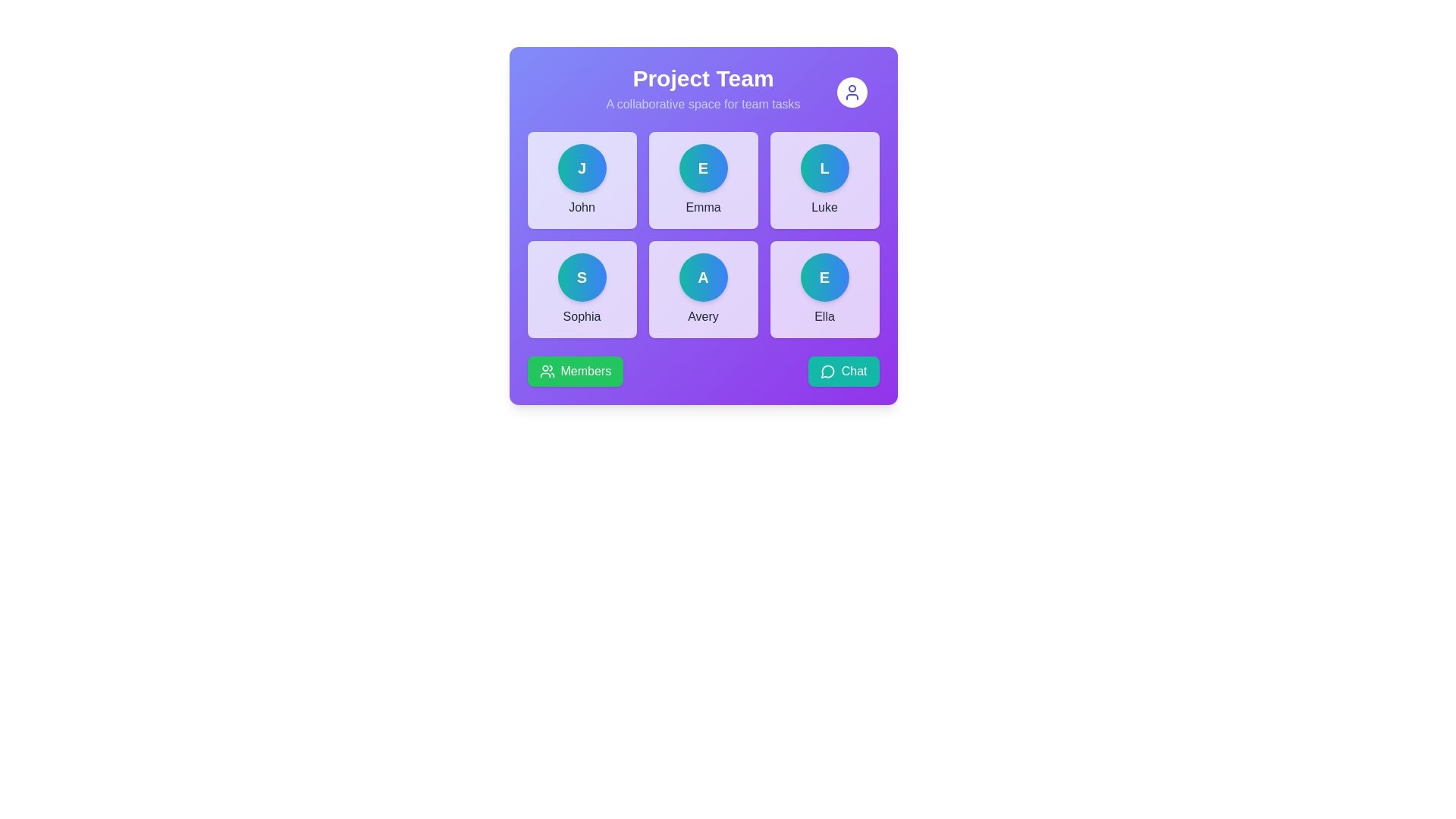 Image resolution: width=1456 pixels, height=819 pixels. Describe the element at coordinates (585, 371) in the screenshot. I see `the 'Members' button which features a white text label on a green background, located at the bottom left corner of the interface` at that location.